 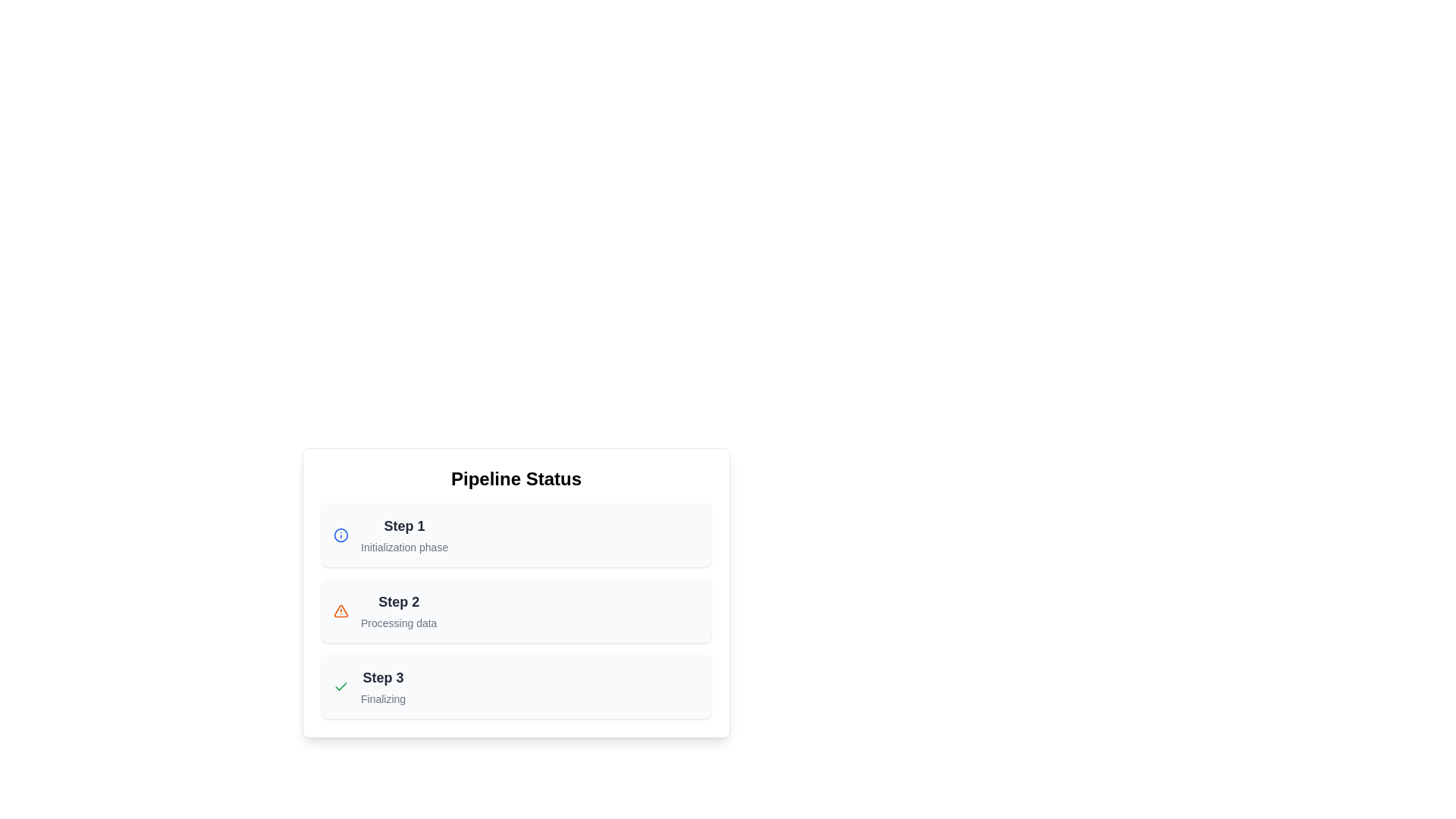 What do you see at coordinates (516, 610) in the screenshot?
I see `the Informational Card that displays the current state or progress of a step in the pipeline process, located centrally below 'Step 1 - Initialization phase' and above 'Step 3 - Finalizing'` at bounding box center [516, 610].